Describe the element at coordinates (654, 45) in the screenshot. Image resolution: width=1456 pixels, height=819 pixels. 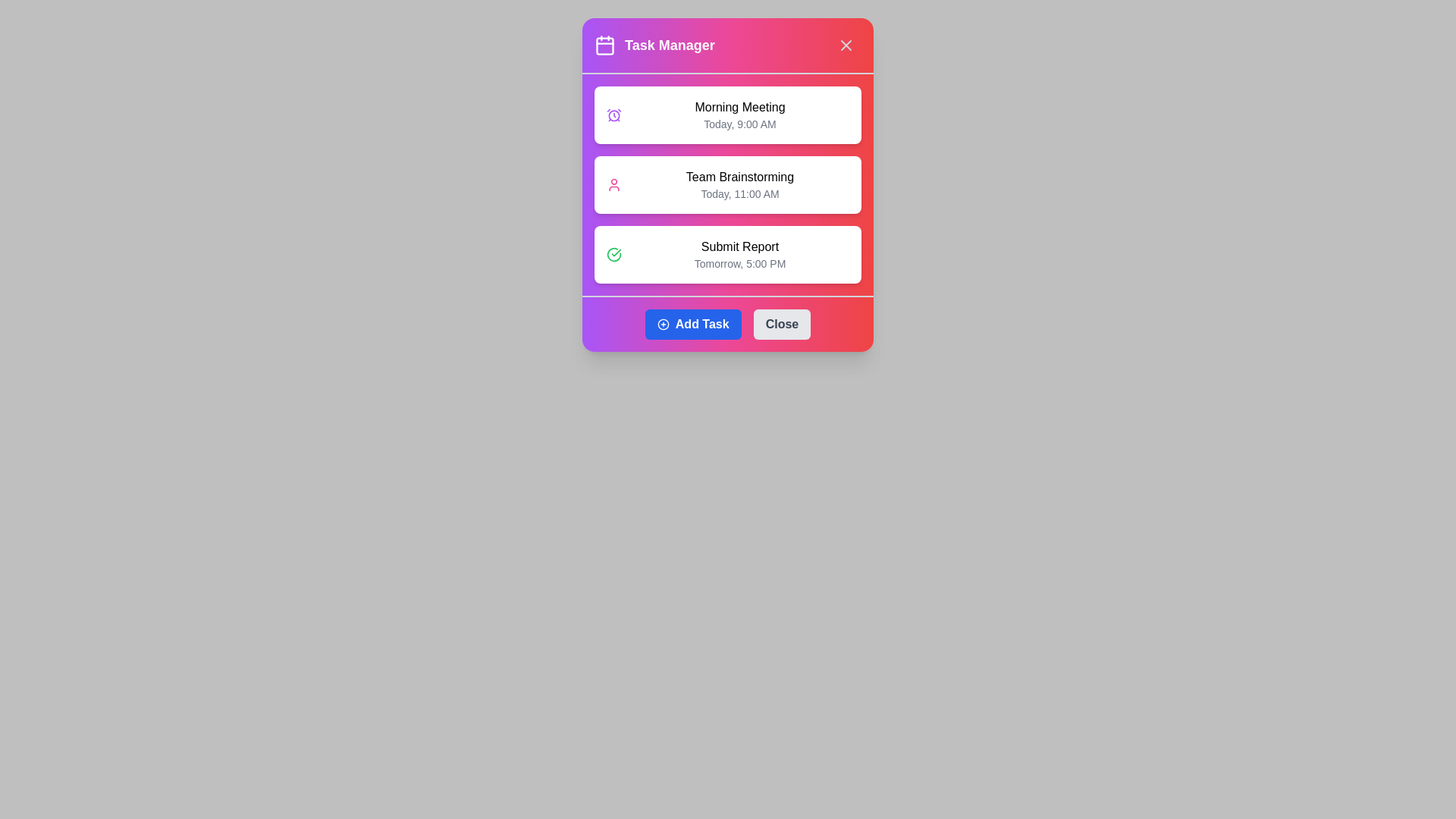
I see `the label with an accompanying icon at the top-left corner of the modal, which serves as the title or header indicating the context of the content` at that location.